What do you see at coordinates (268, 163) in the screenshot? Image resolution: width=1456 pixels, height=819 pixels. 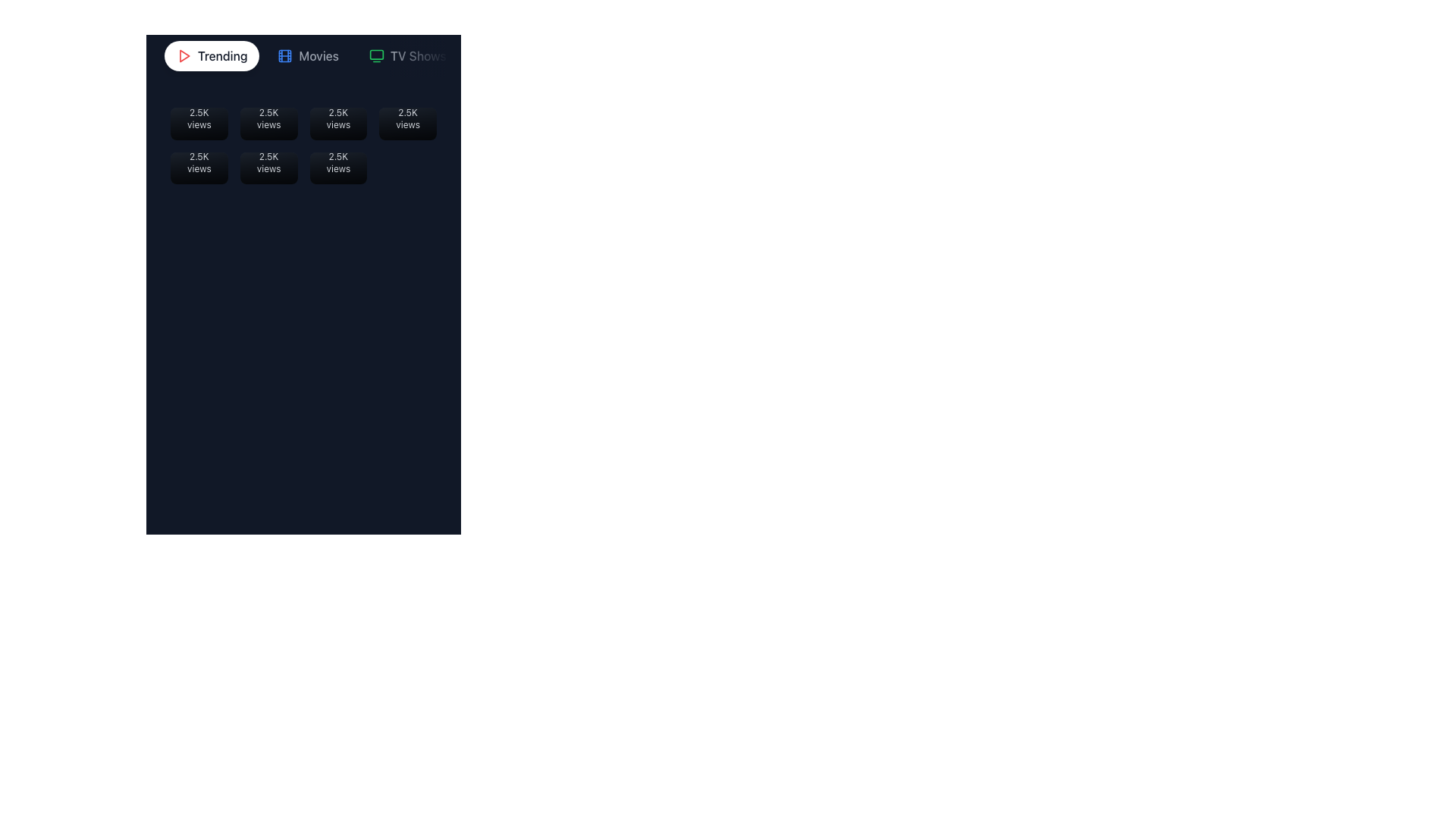 I see `the static text label that displays the number of views associated with the related content item, located below 'Content Title 6' in the third row and second column of the grid structure` at bounding box center [268, 163].